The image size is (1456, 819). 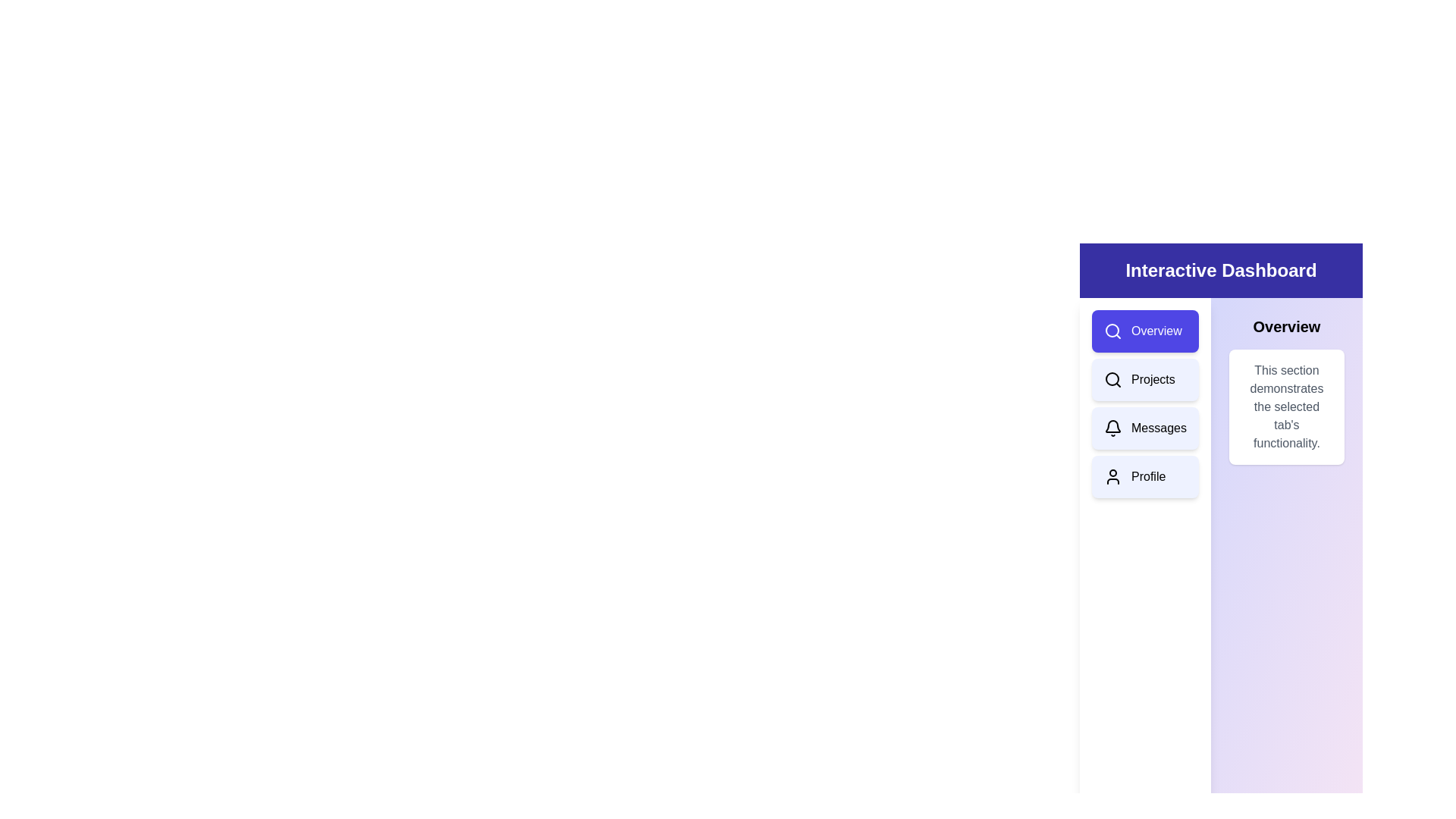 I want to click on the 'Overview' text label located in the vertical navigation menu by, so click(x=1156, y=330).